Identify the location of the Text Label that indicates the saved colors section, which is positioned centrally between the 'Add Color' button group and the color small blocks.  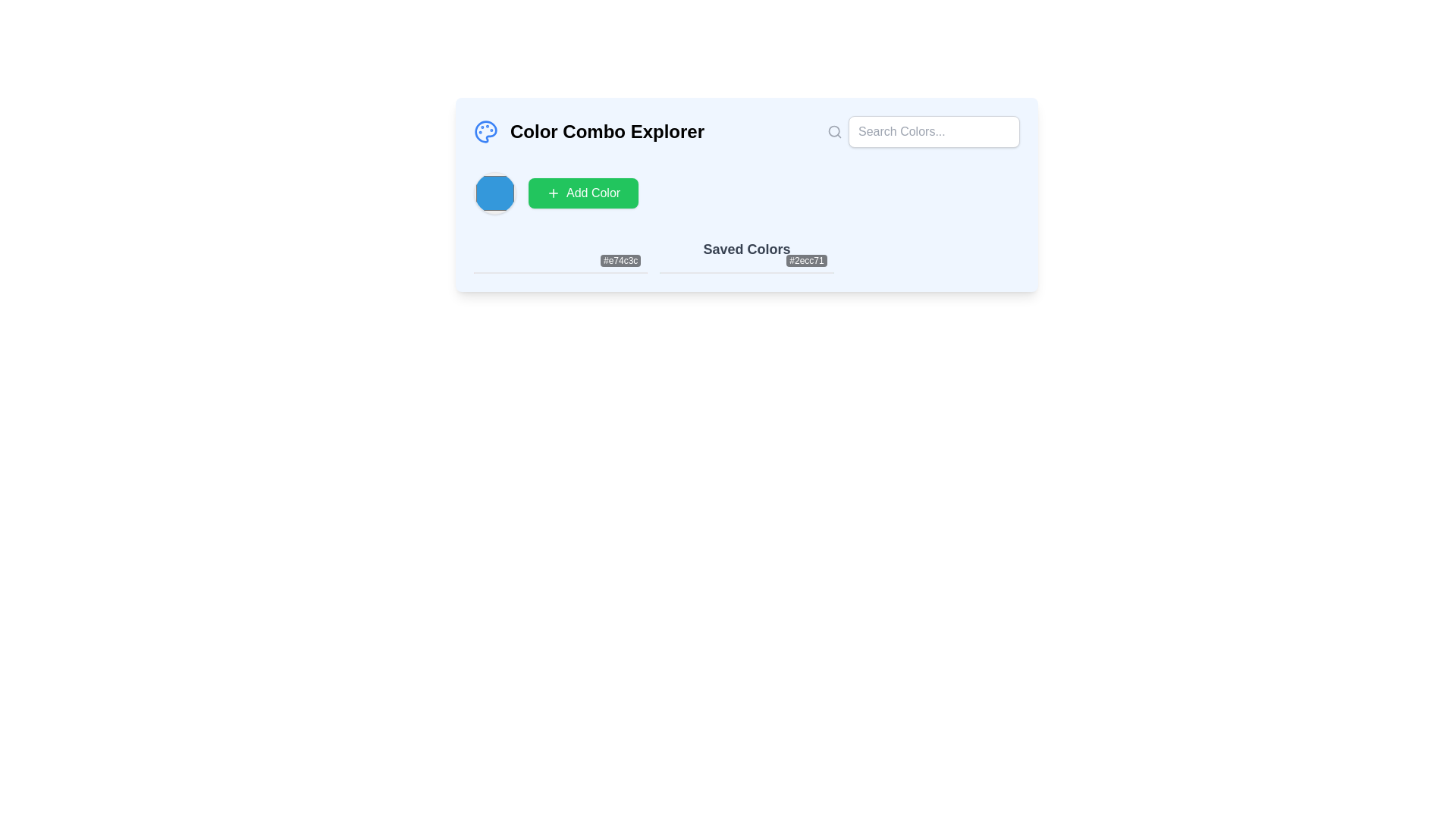
(746, 256).